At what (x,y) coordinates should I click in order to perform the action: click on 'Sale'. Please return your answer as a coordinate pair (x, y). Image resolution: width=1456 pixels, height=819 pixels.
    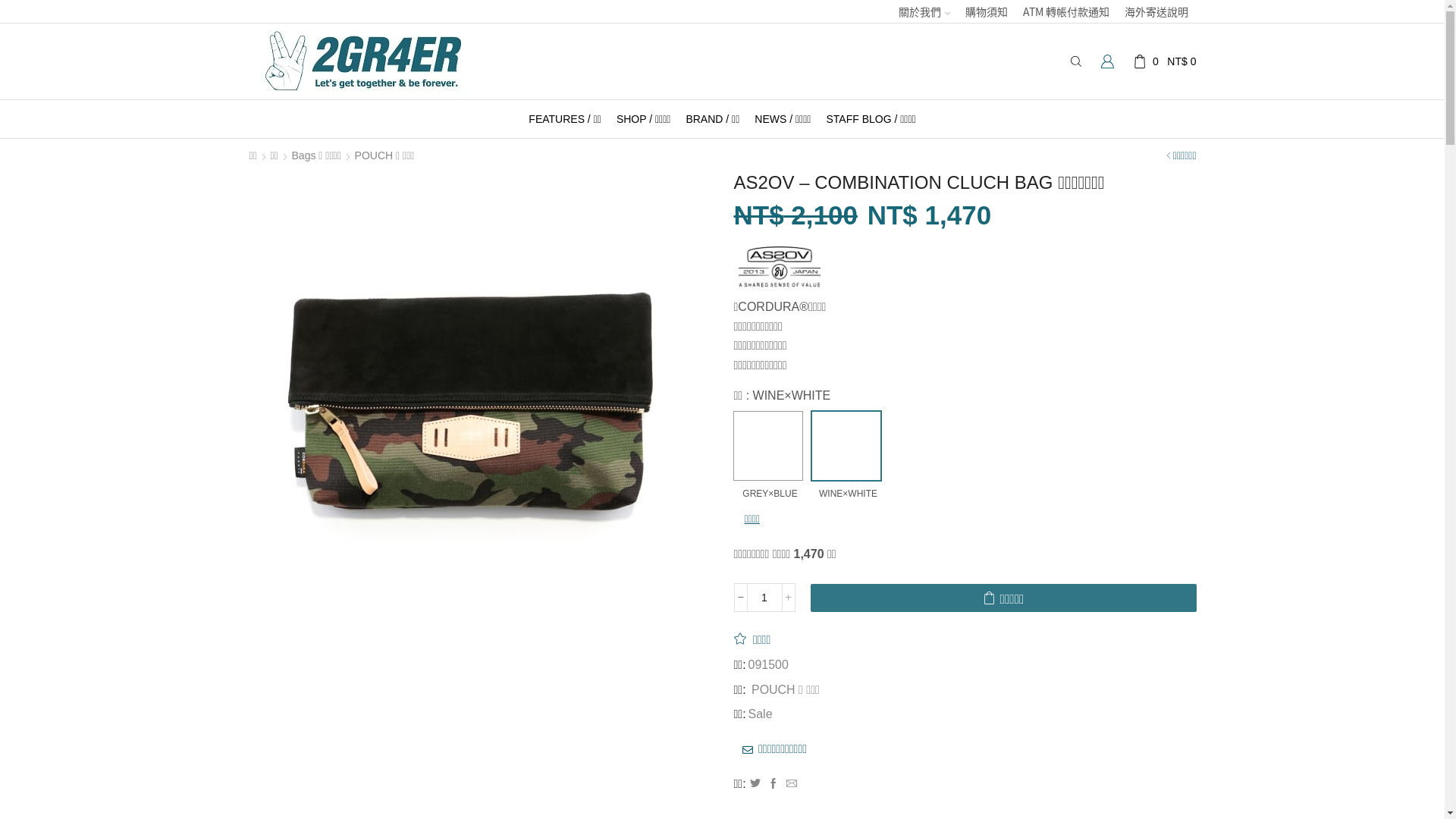
    Looking at the image, I should click on (759, 714).